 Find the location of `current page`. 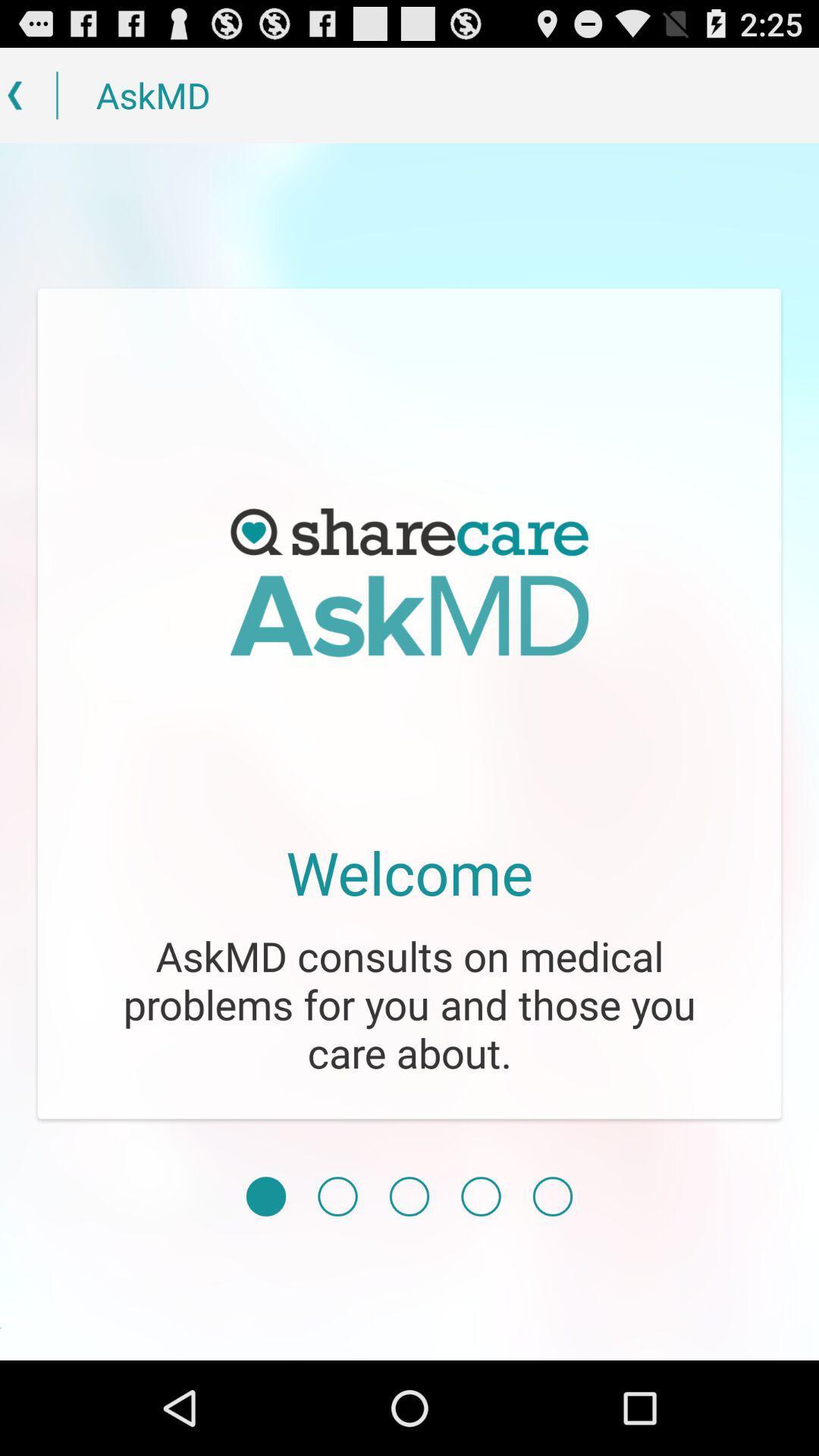

current page is located at coordinates (265, 1196).